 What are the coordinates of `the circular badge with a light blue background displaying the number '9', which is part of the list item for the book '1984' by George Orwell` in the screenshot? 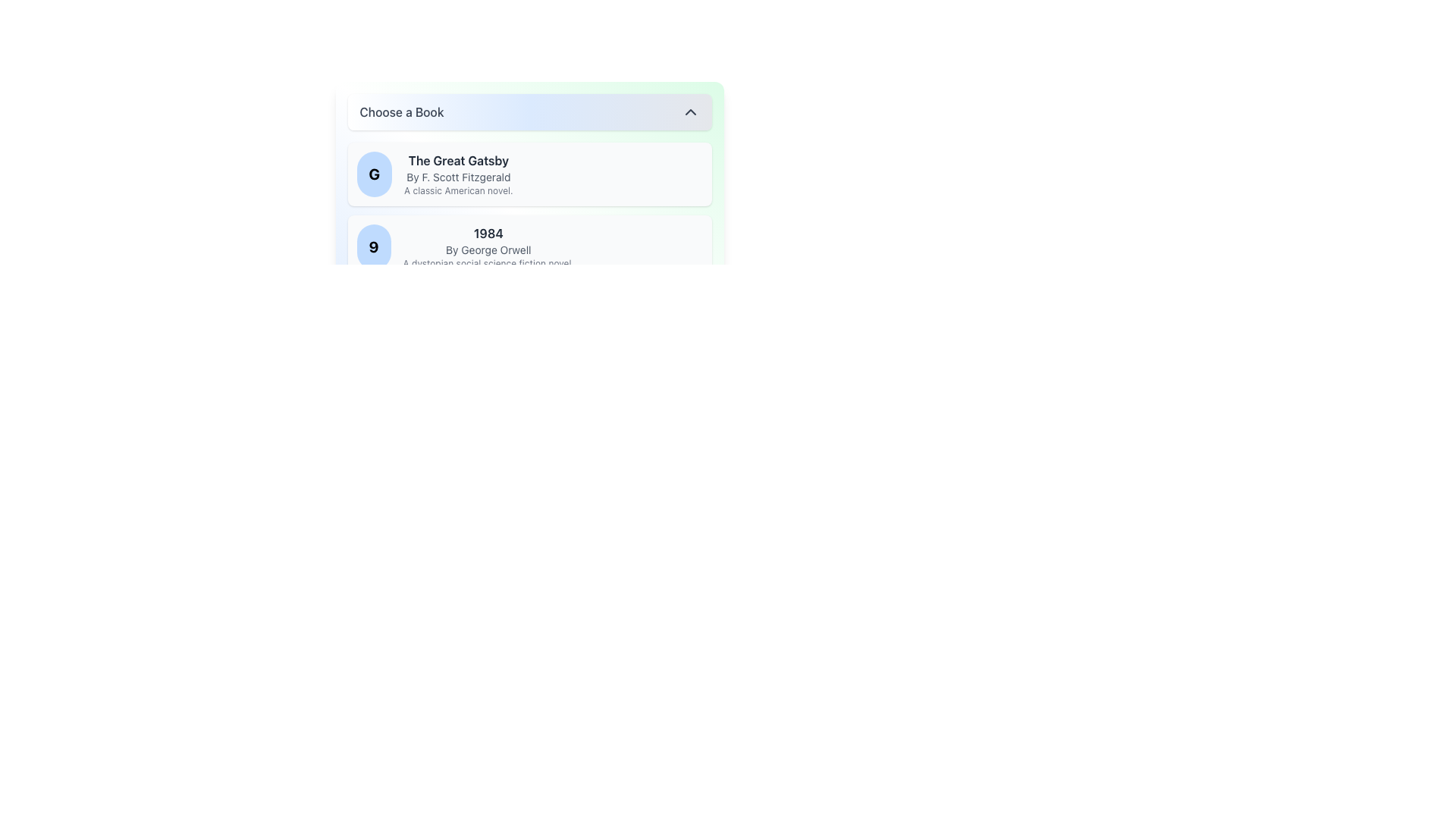 It's located at (374, 246).